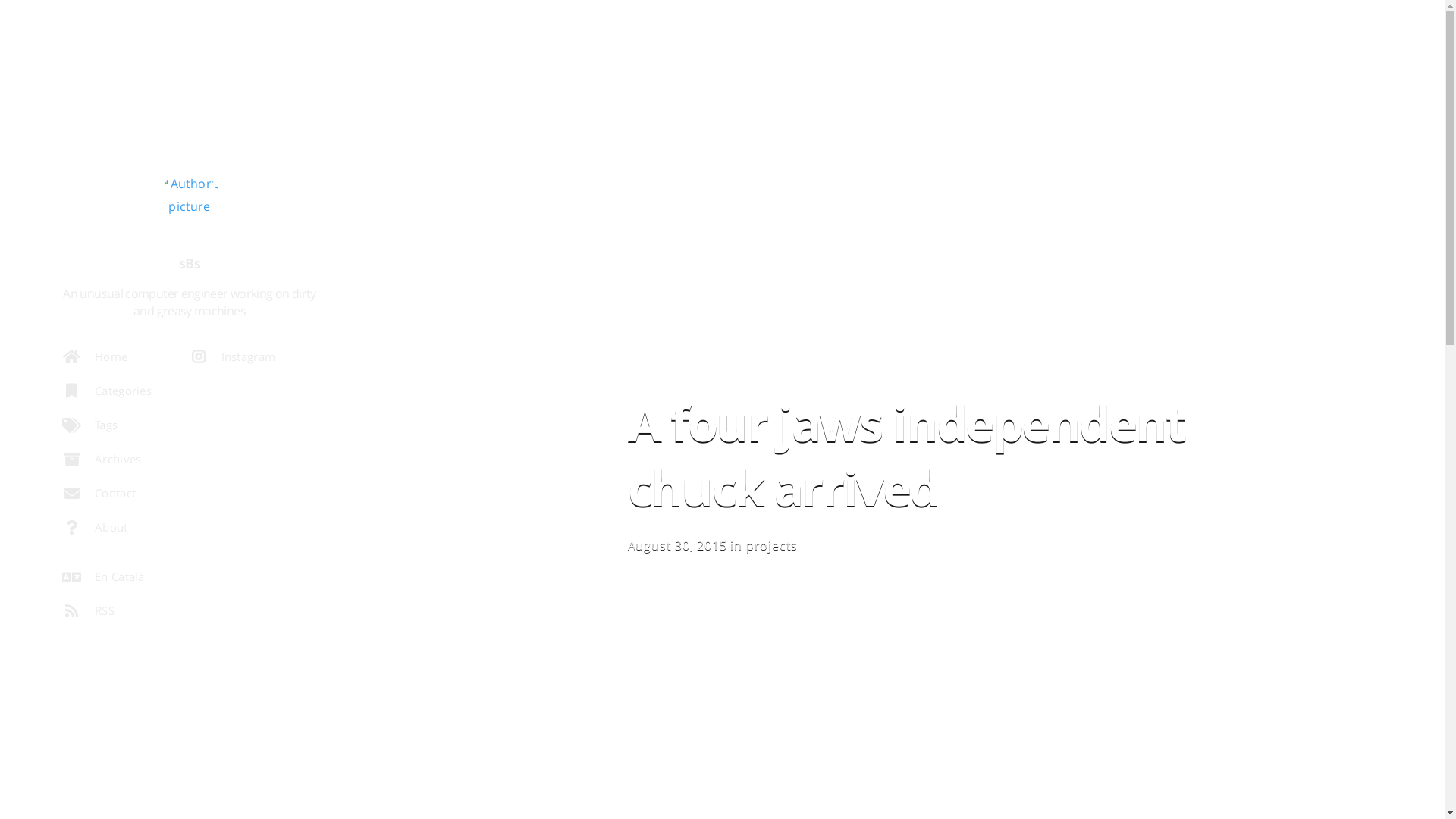 The height and width of the screenshot is (819, 1456). I want to click on 'Instagram', so click(243, 360).